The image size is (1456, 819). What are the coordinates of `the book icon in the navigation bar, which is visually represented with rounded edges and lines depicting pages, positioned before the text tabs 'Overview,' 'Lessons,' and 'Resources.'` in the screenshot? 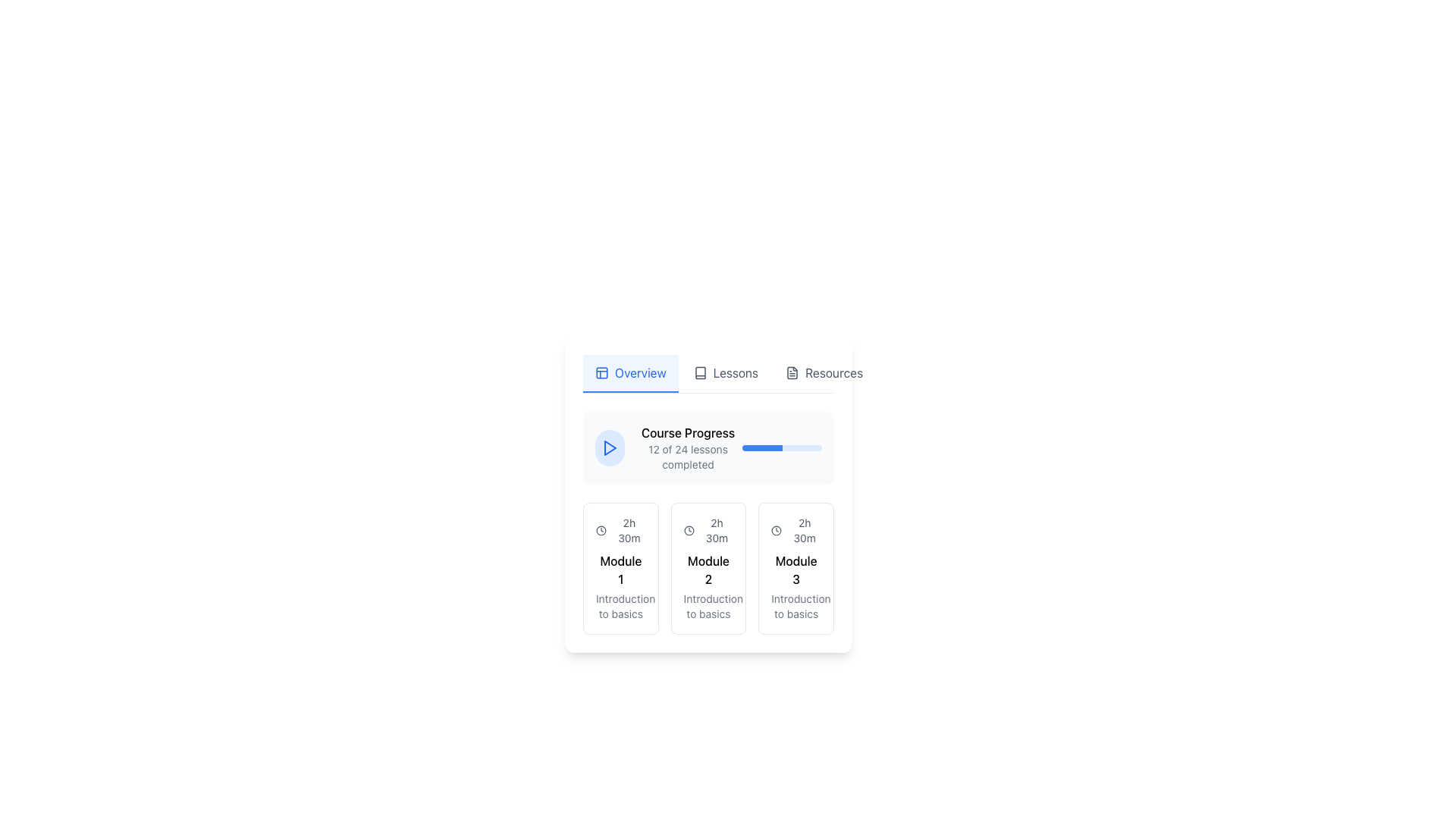 It's located at (699, 373).